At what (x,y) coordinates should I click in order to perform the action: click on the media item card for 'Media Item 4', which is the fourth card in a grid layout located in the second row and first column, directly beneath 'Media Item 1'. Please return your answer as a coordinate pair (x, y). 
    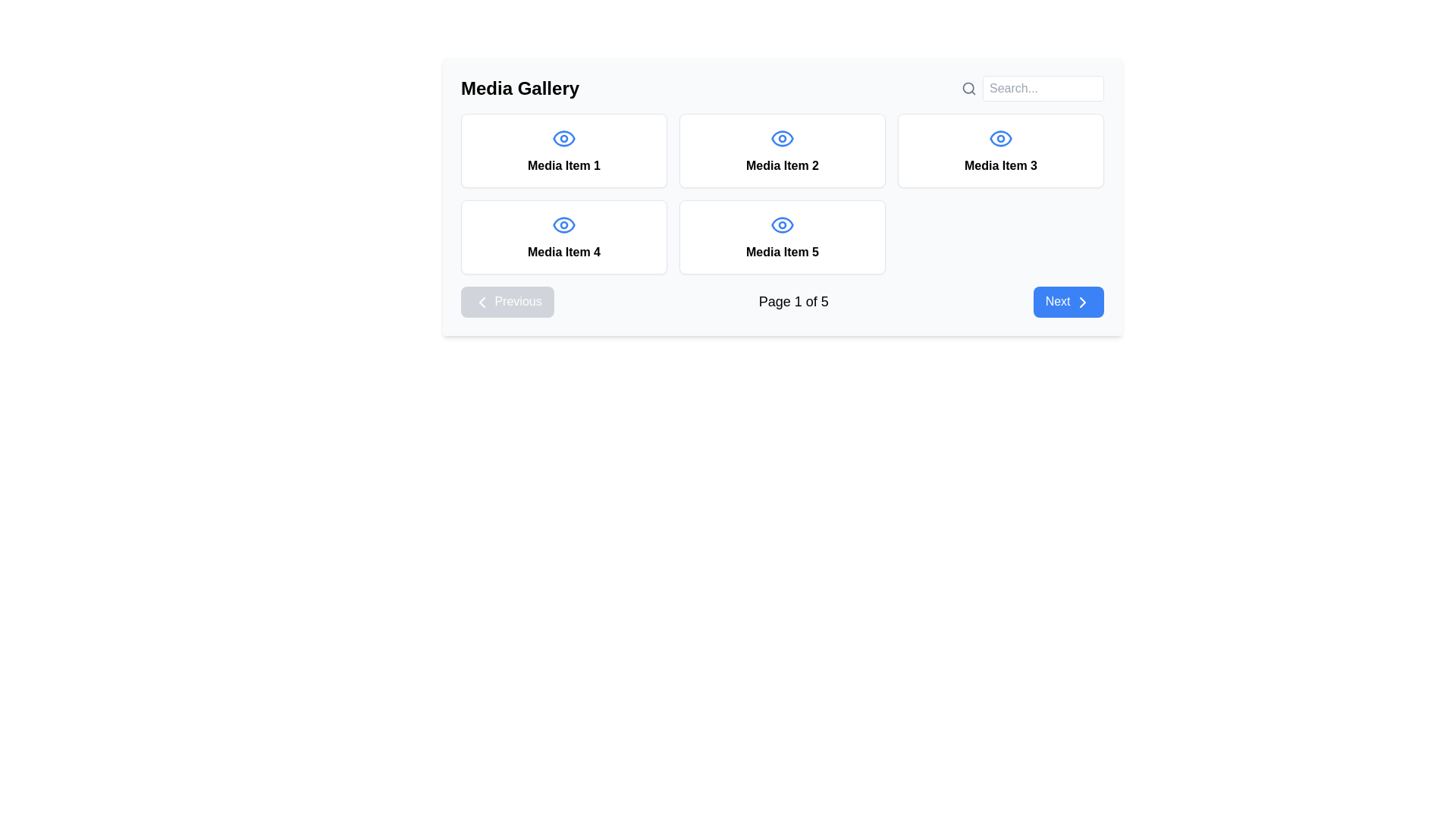
    Looking at the image, I should click on (563, 237).